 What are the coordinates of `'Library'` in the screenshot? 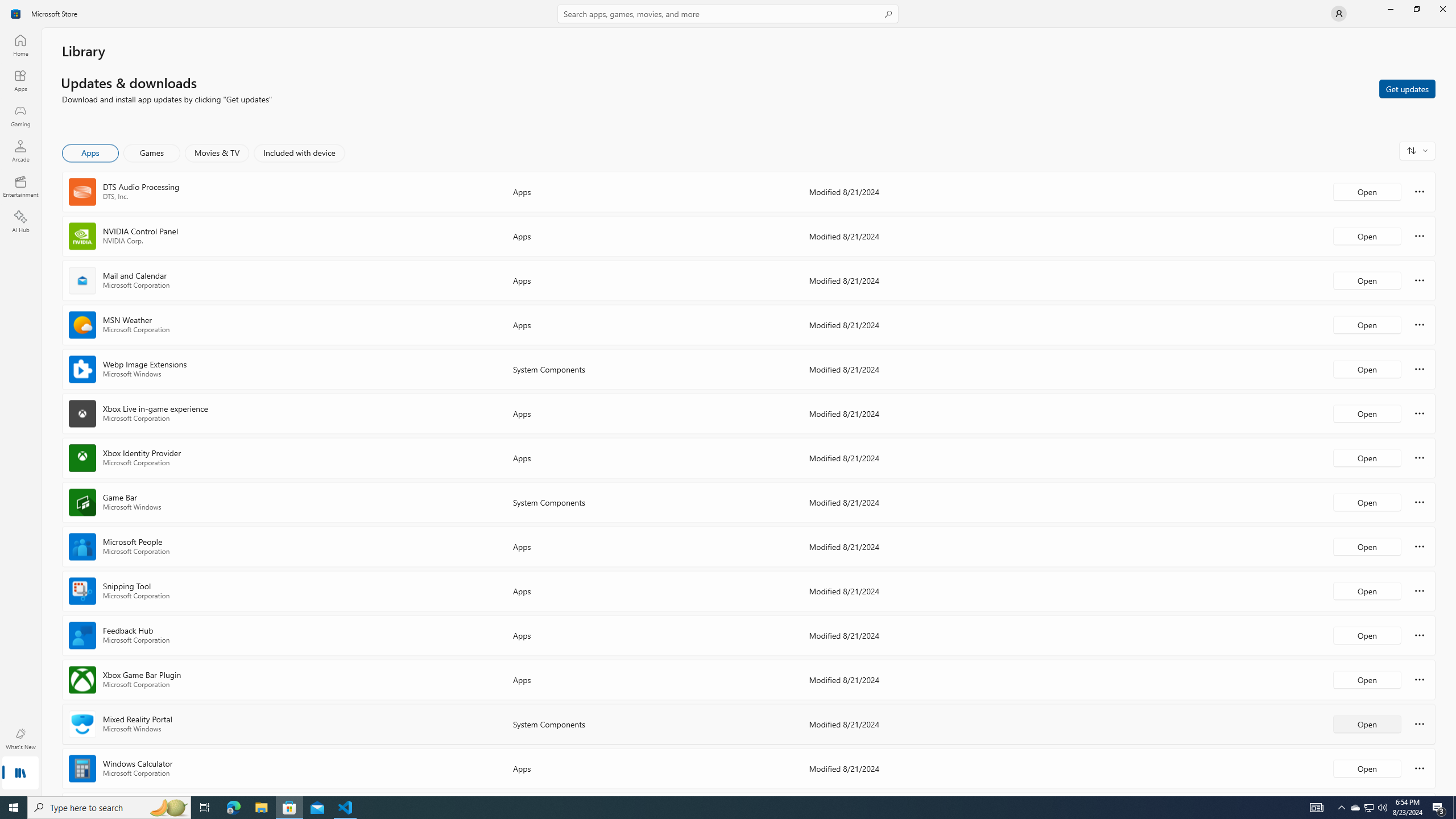 It's located at (19, 773).